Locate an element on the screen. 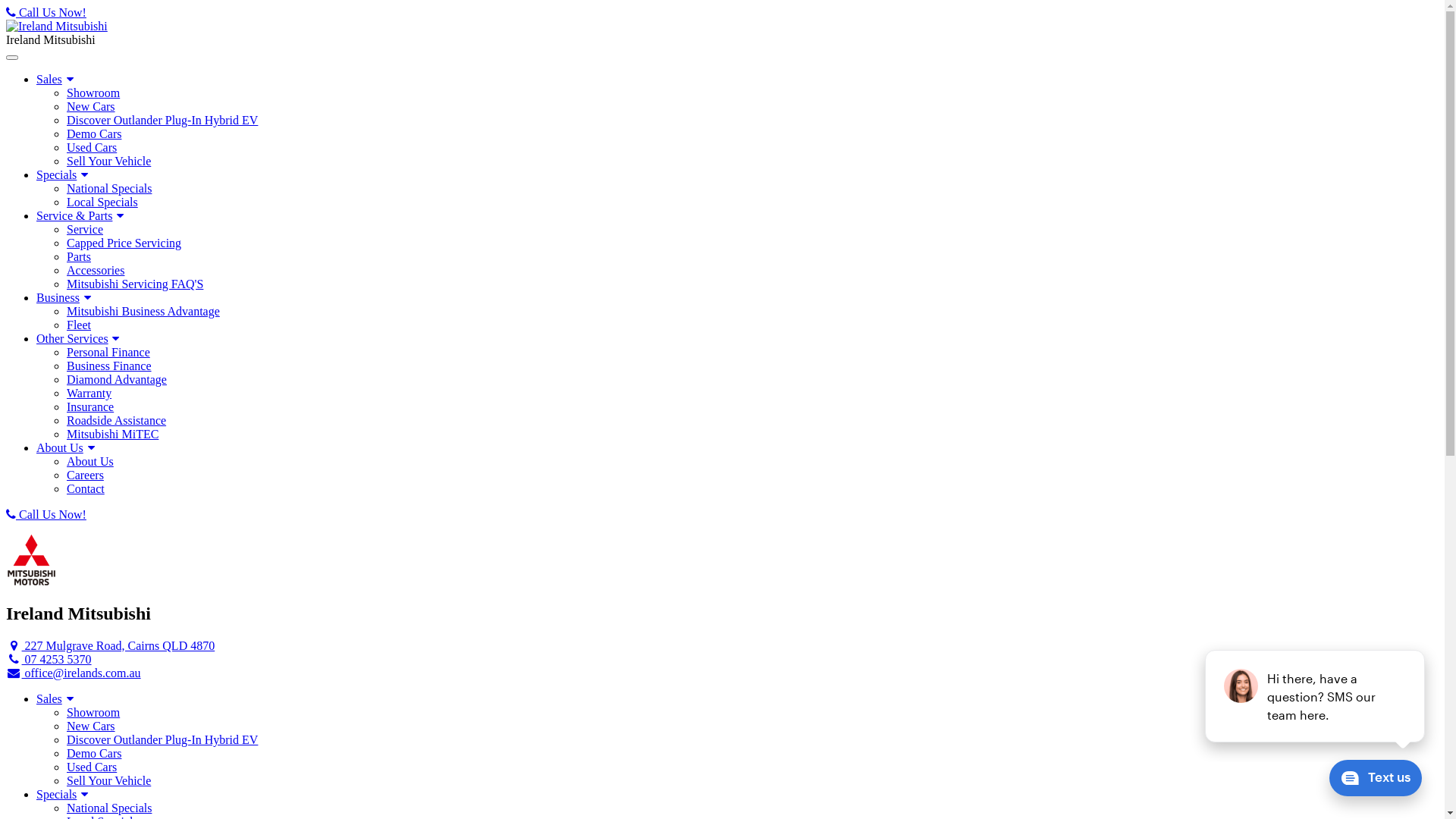 Image resolution: width=1456 pixels, height=819 pixels. 'Sales' is located at coordinates (57, 79).